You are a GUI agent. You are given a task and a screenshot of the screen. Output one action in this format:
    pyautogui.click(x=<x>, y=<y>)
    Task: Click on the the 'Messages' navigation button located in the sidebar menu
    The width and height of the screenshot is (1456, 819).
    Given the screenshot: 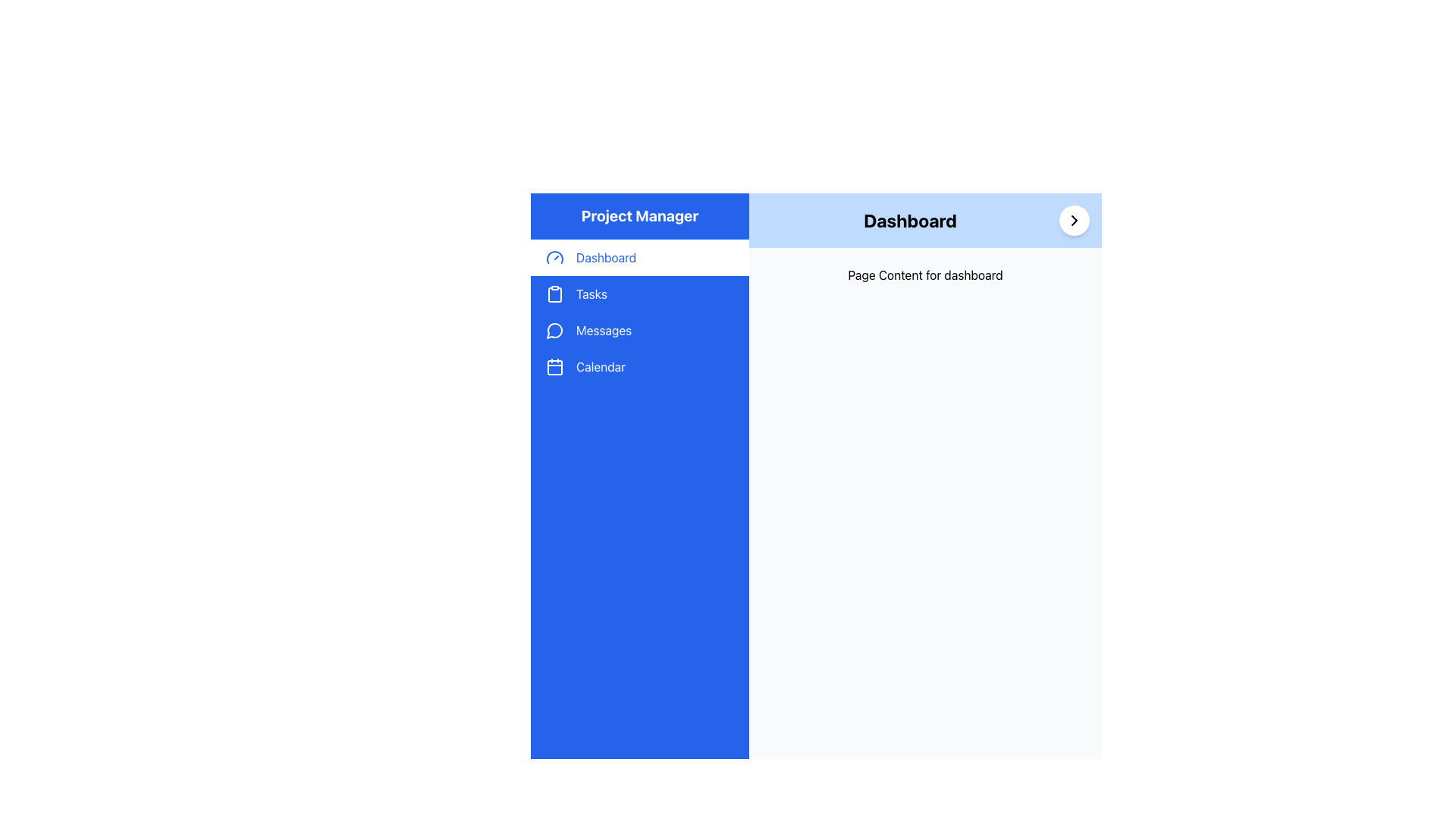 What is the action you would take?
    pyautogui.click(x=640, y=329)
    